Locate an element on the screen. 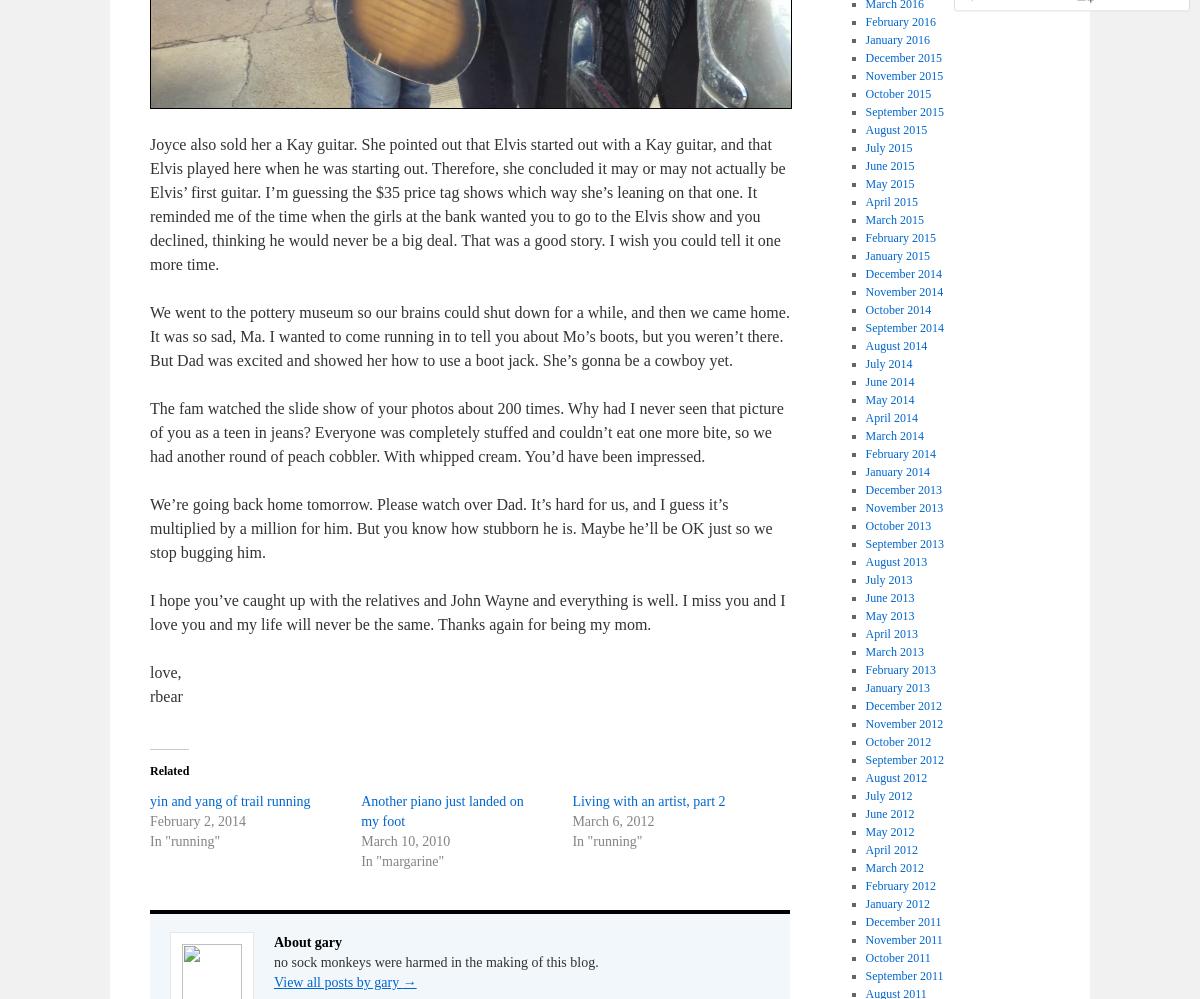 Image resolution: width=1200 pixels, height=999 pixels. 'June 2012' is located at coordinates (888, 813).